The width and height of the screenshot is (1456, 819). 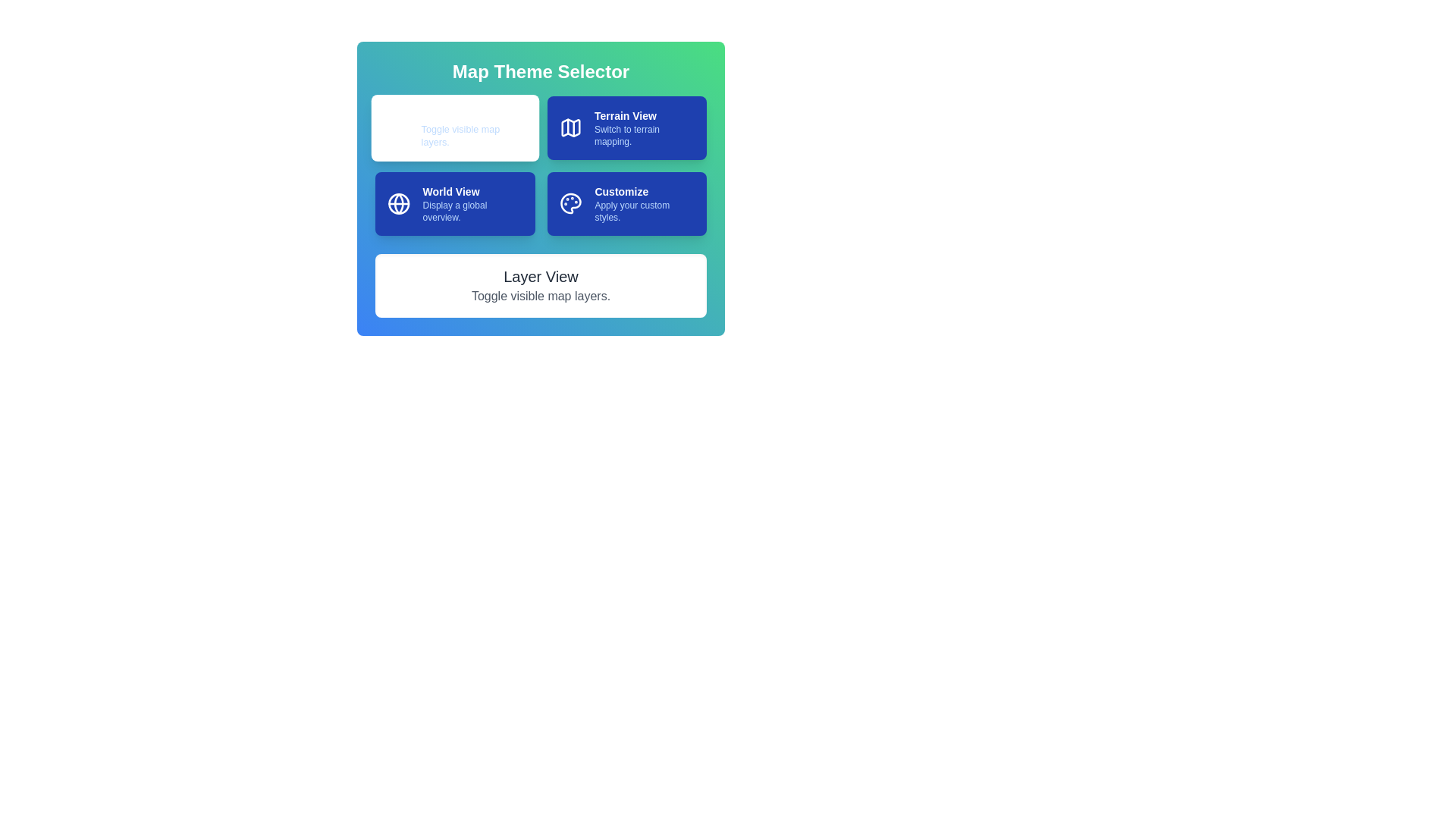 What do you see at coordinates (644, 127) in the screenshot?
I see `the informational text component that provides details about the 'Terrain View' map theme, located in the second column of the second row under the 'Map Theme Selector' heading` at bounding box center [644, 127].